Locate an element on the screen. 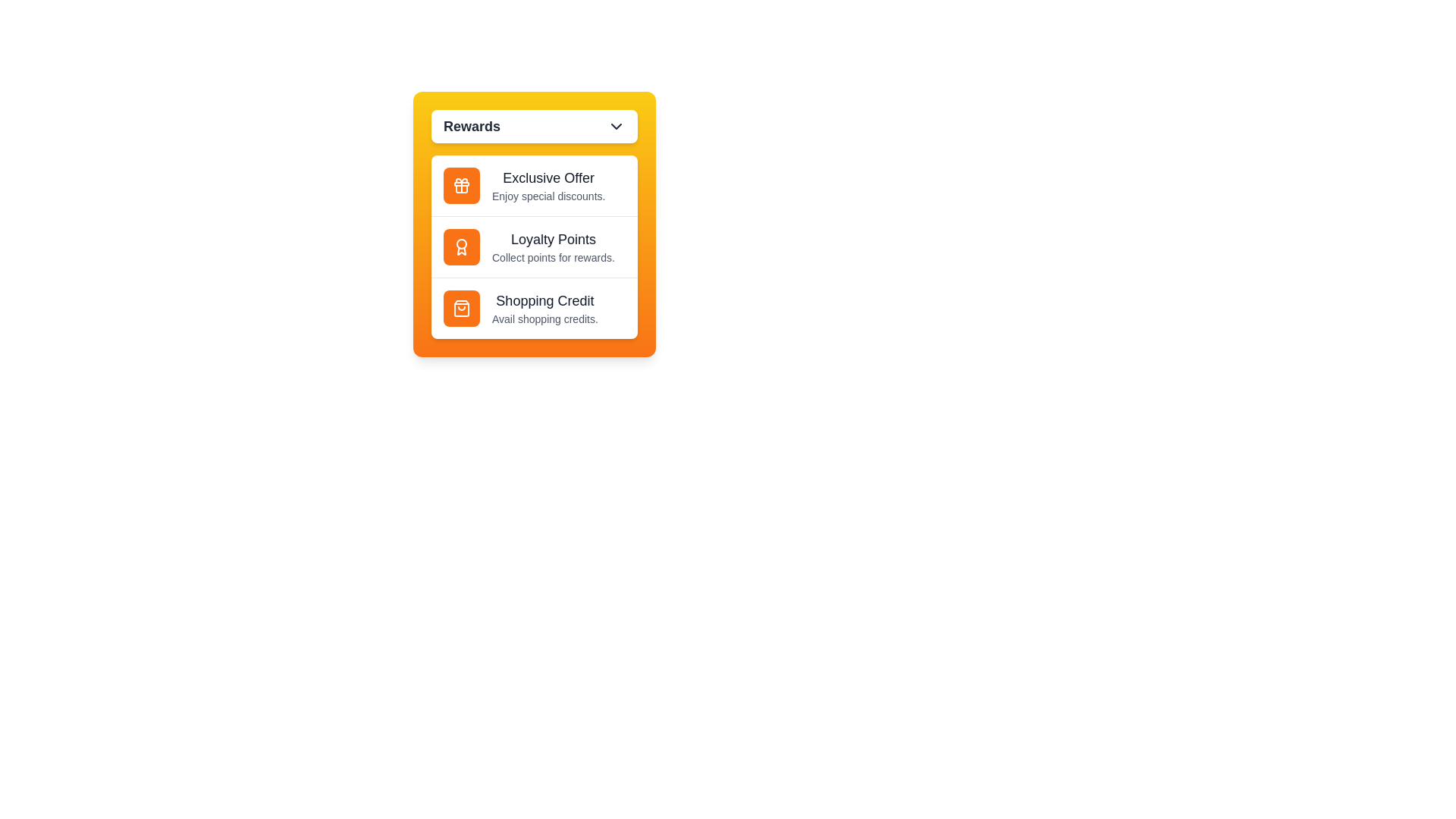  the Decorative Circle, which is part of a circular award representation in the interface is located at coordinates (461, 243).